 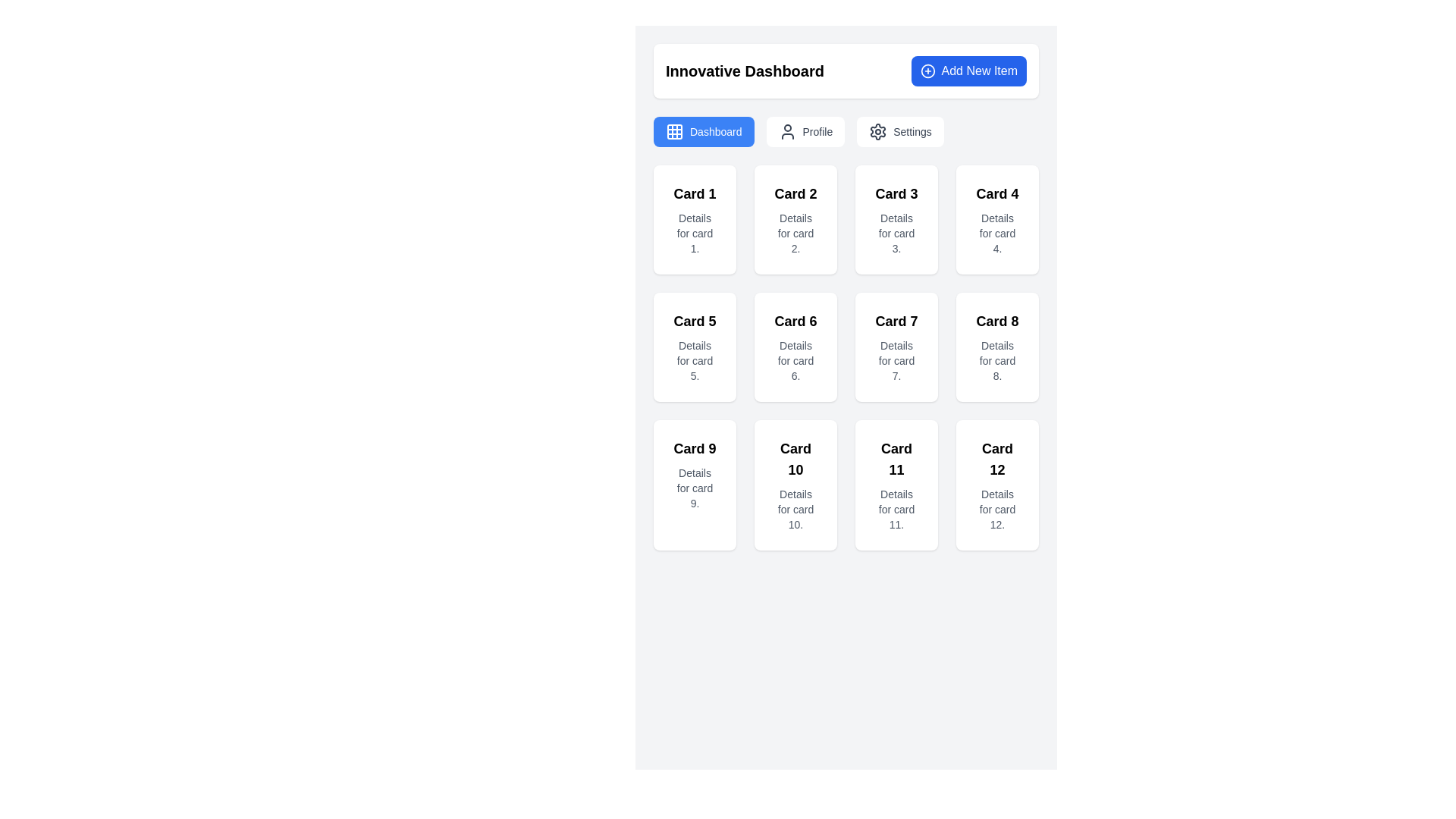 What do you see at coordinates (896, 193) in the screenshot?
I see `the text label that serves as the title of 'Card 3', which helps users identify the card's content in the grid layout` at bounding box center [896, 193].